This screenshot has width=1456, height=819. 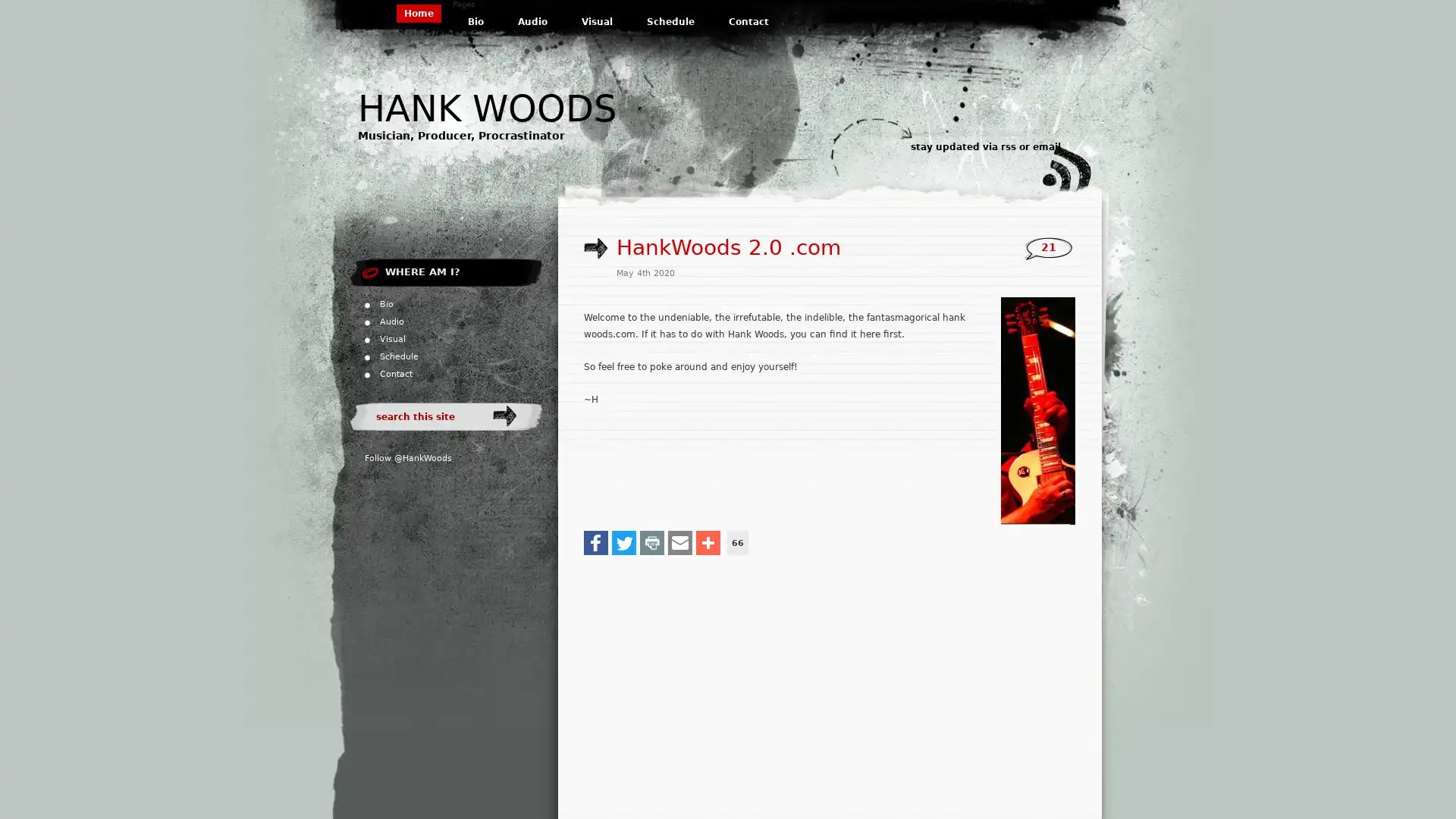 What do you see at coordinates (679, 541) in the screenshot?
I see `Share to Email` at bounding box center [679, 541].